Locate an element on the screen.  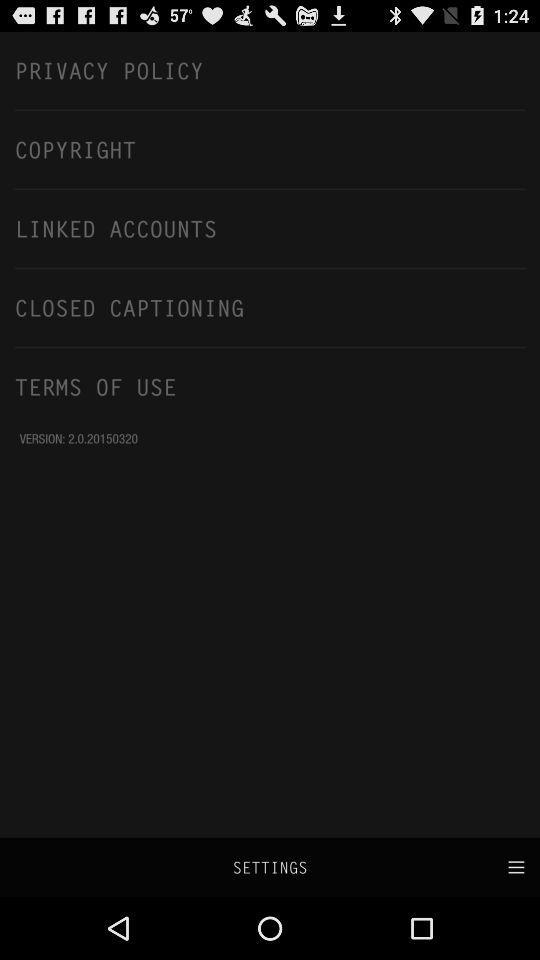
the linked accounts item is located at coordinates (270, 228).